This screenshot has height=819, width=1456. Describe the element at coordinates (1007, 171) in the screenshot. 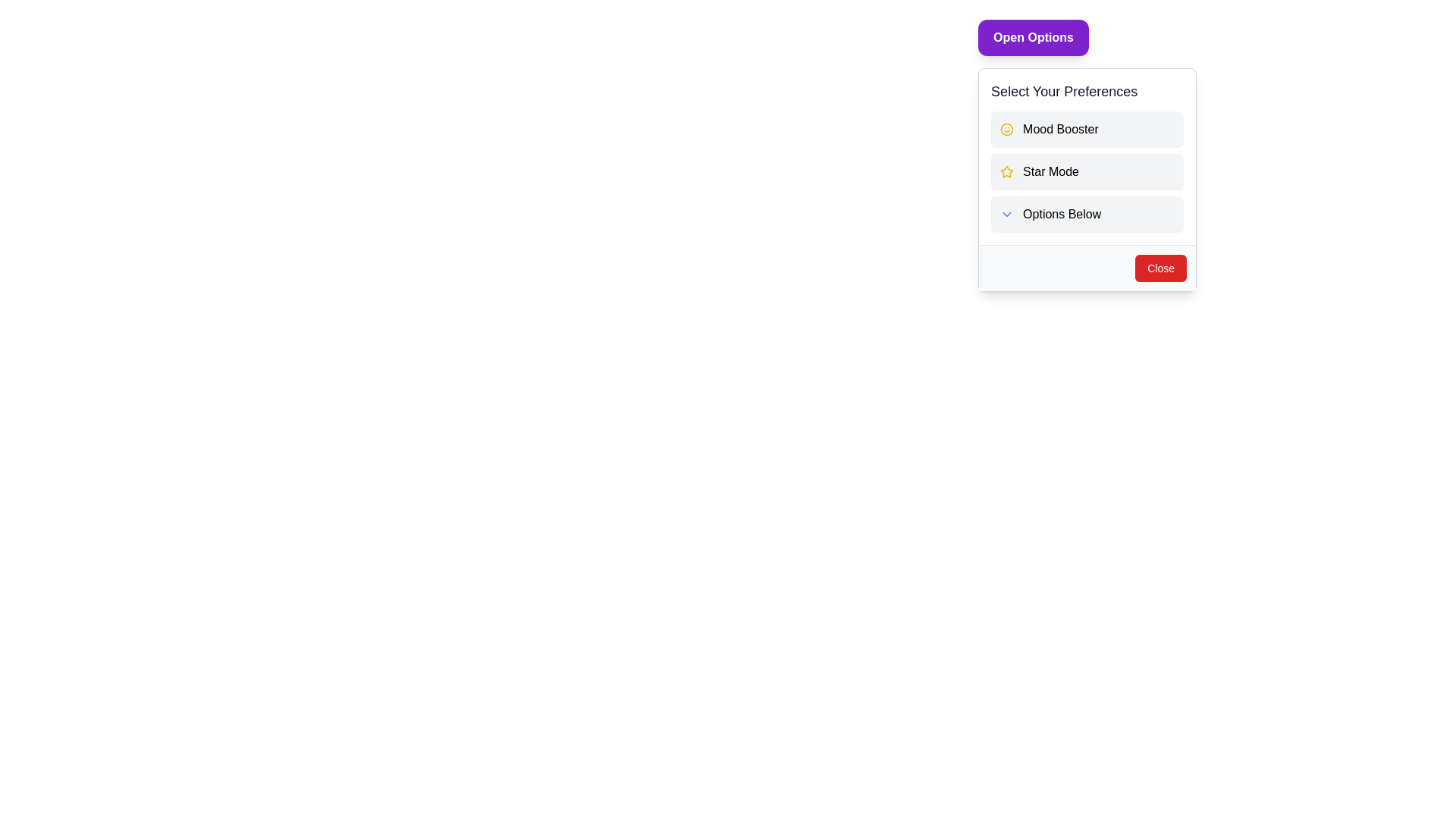

I see `the 'Star Mode' icon located in the second row of the options under the 'Select Your Preferences' panel` at that location.